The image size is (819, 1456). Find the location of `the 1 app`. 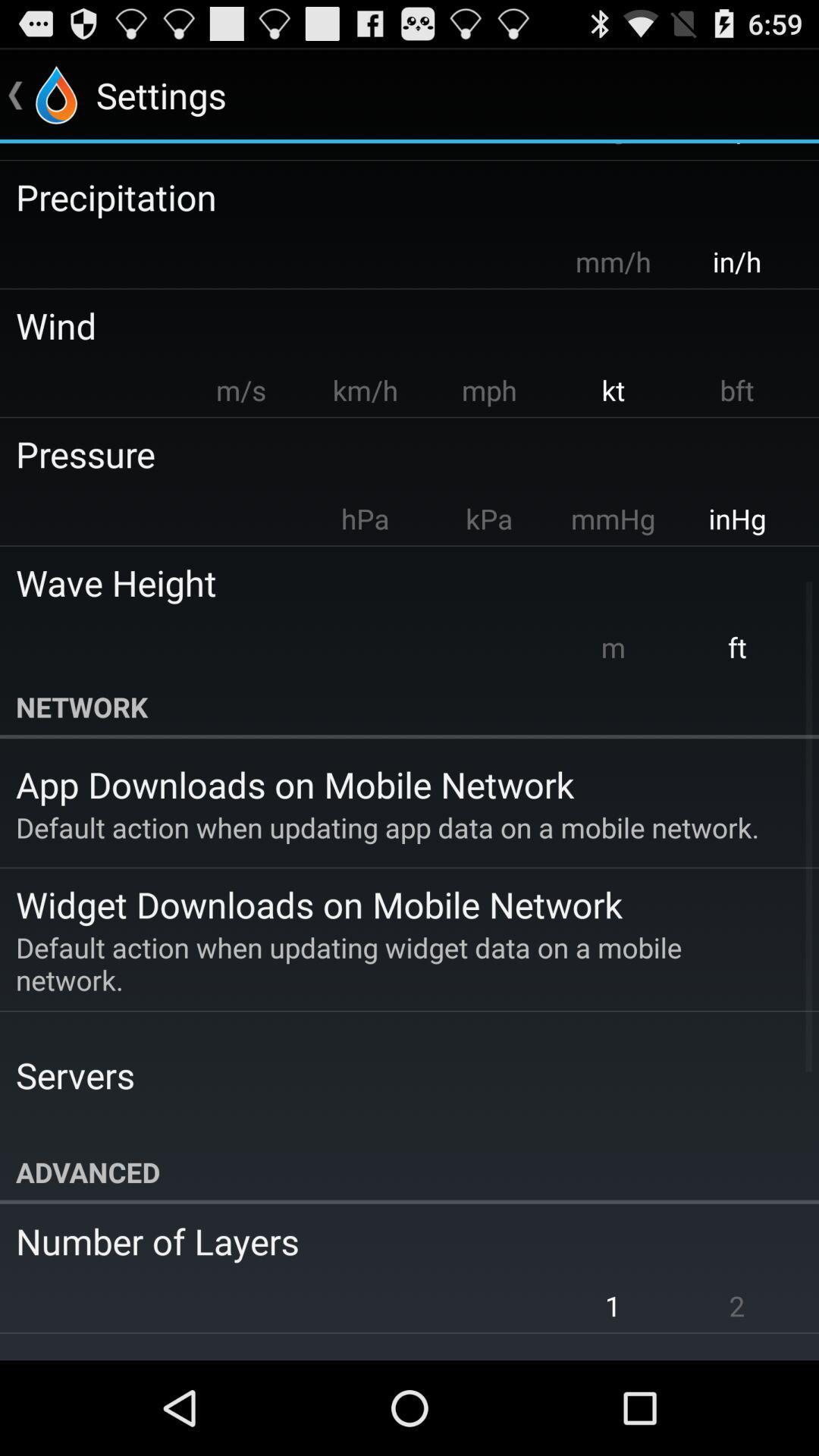

the 1 app is located at coordinates (612, 1305).